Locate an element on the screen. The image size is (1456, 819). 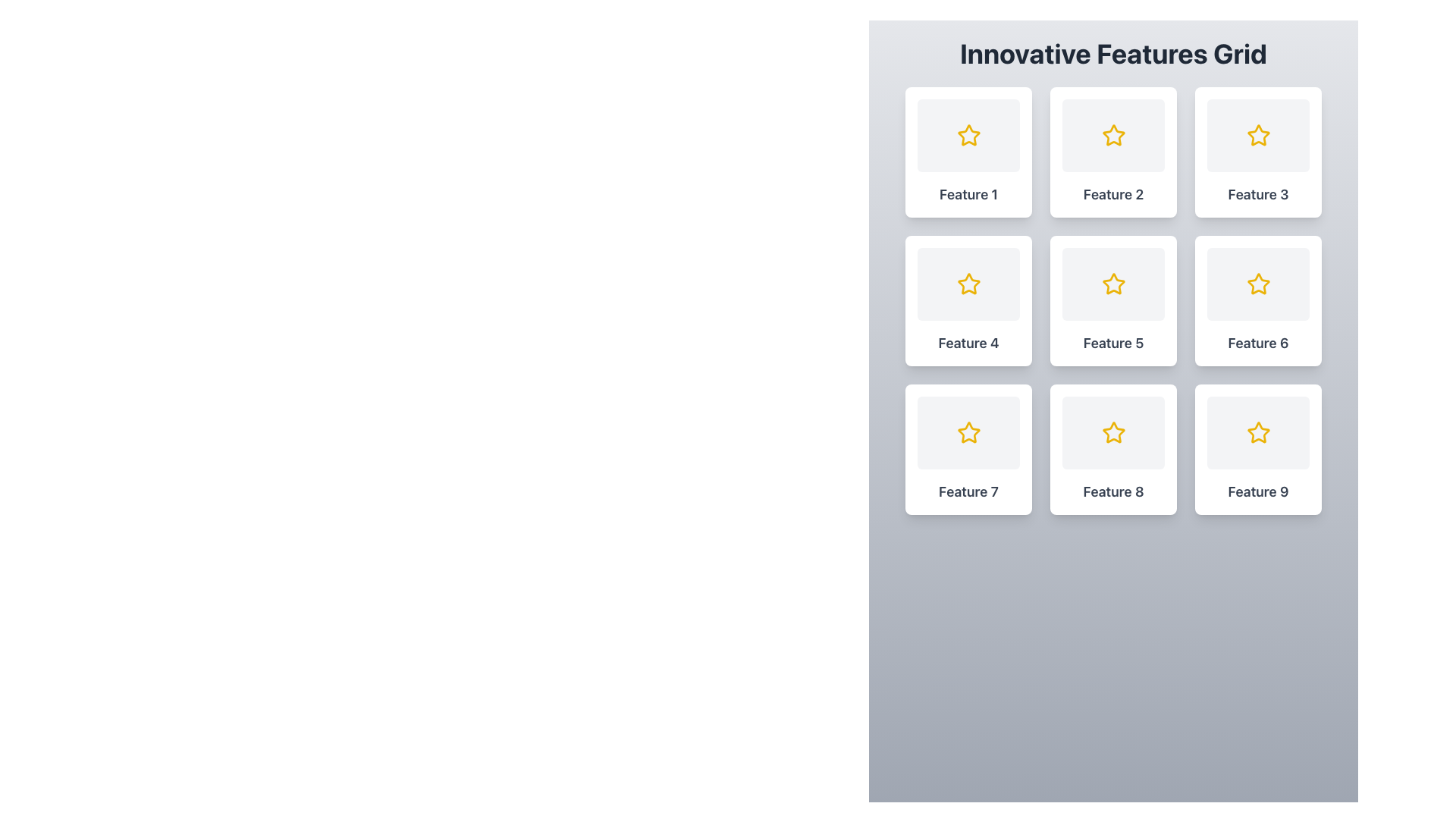
the Text Label located on the second card of the first row in the grid layout, which provides descriptive context for users is located at coordinates (1113, 194).